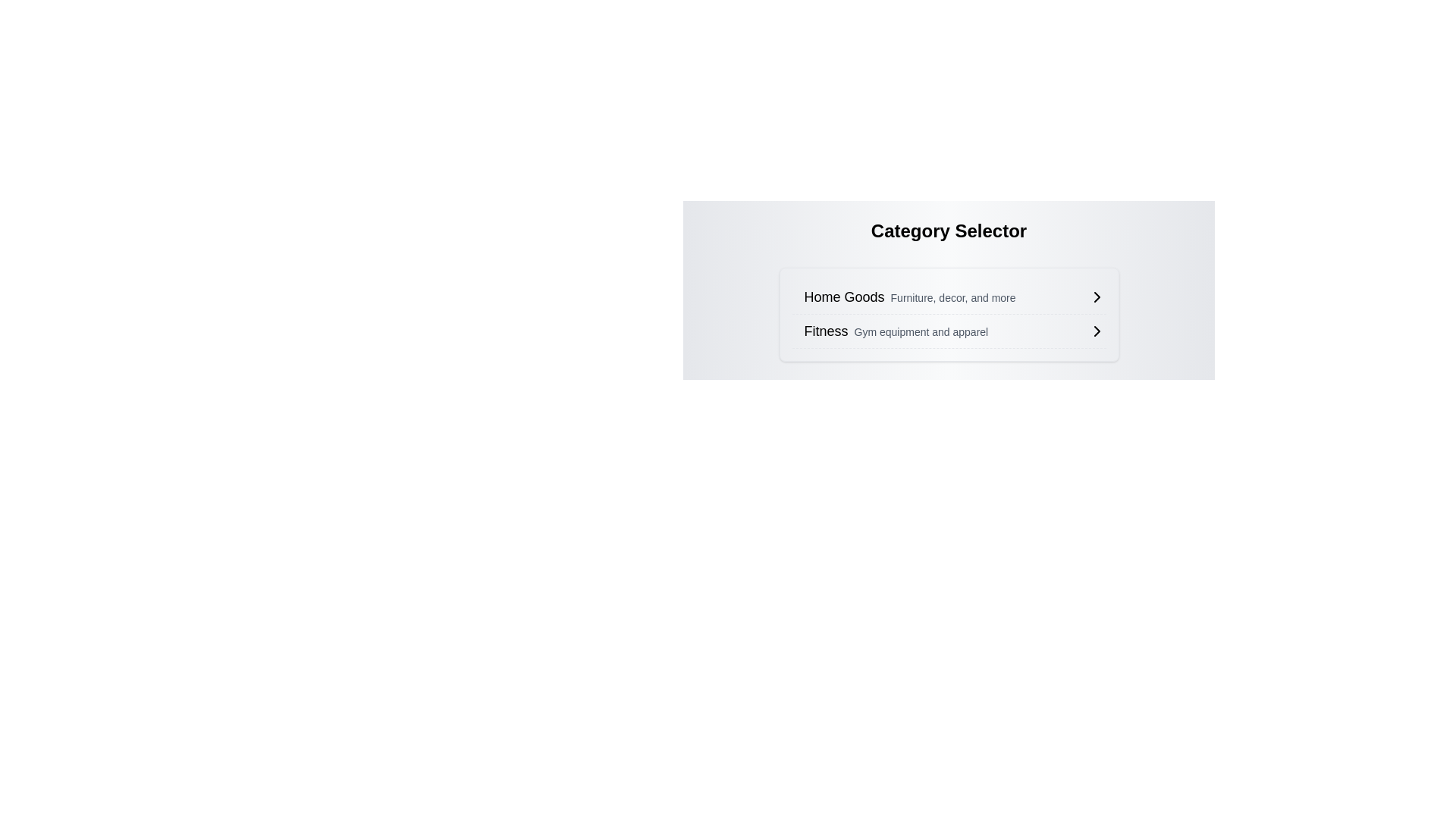  Describe the element at coordinates (1097, 297) in the screenshot. I see `the right-pointing chevron icon located to the far right of the text 'Home Goods Furniture, decor, and more'` at that location.